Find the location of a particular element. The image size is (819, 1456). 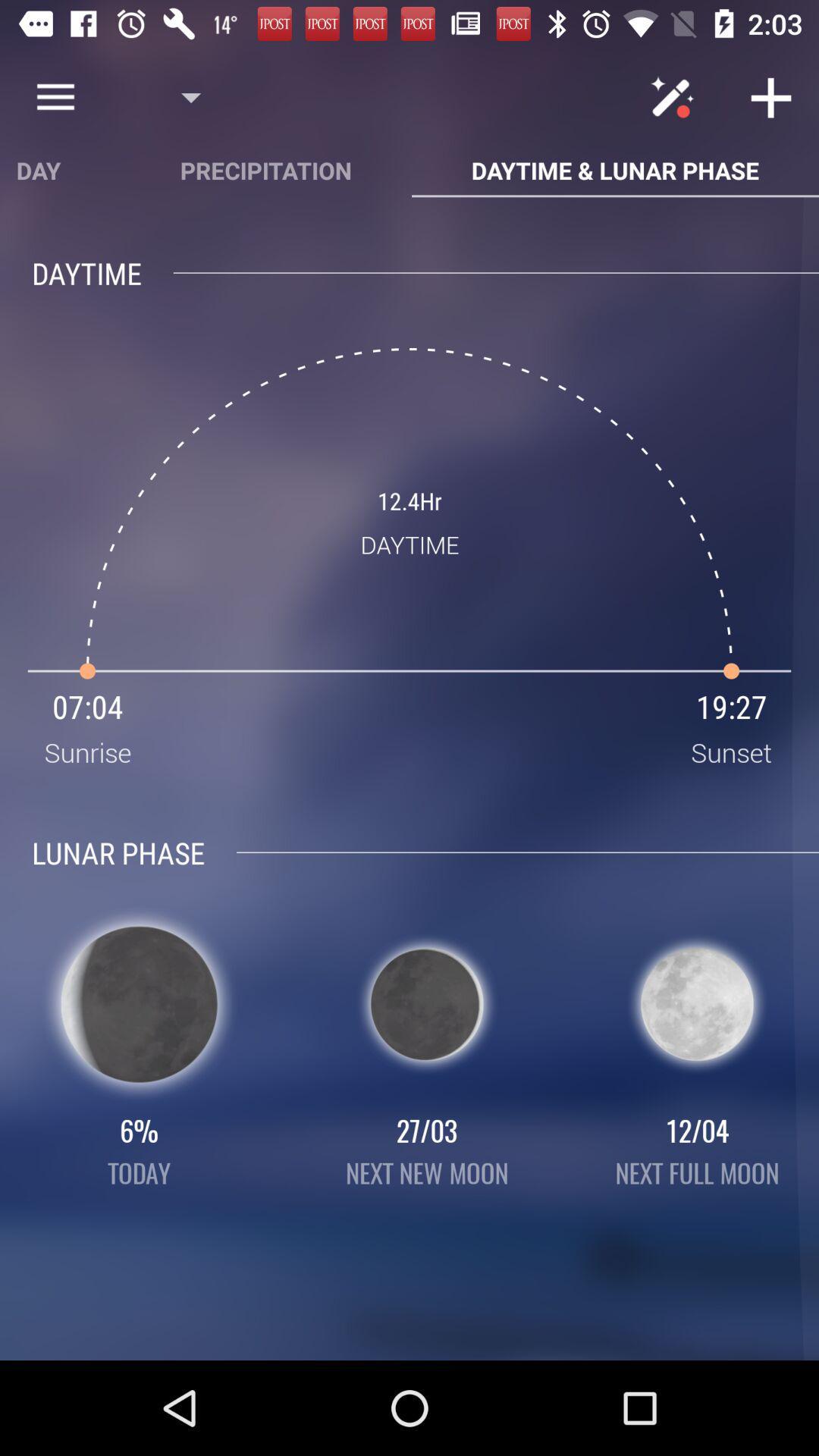

the first moon under lunar phase is located at coordinates (140, 1004).